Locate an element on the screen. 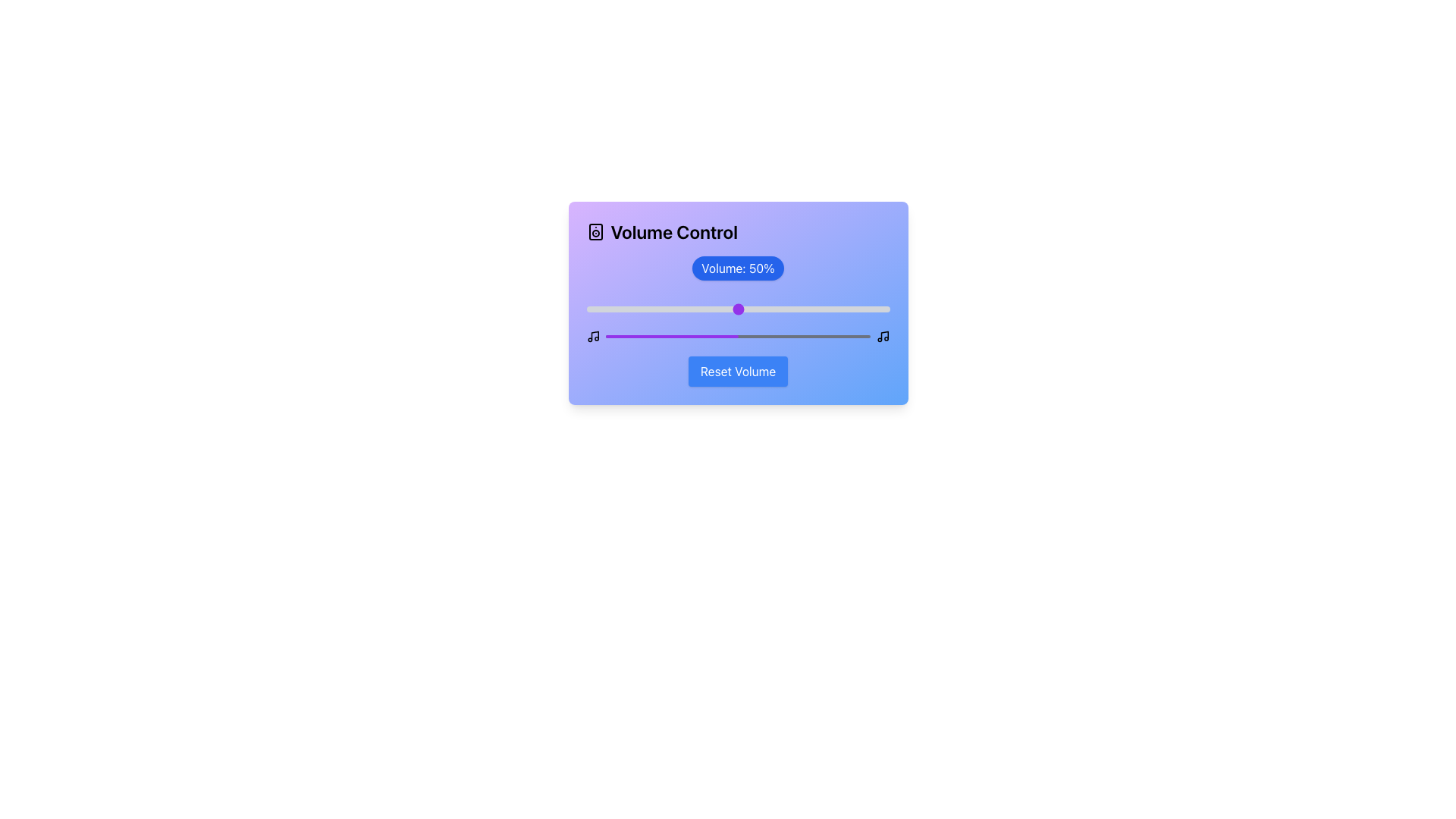  volume is located at coordinates (856, 309).